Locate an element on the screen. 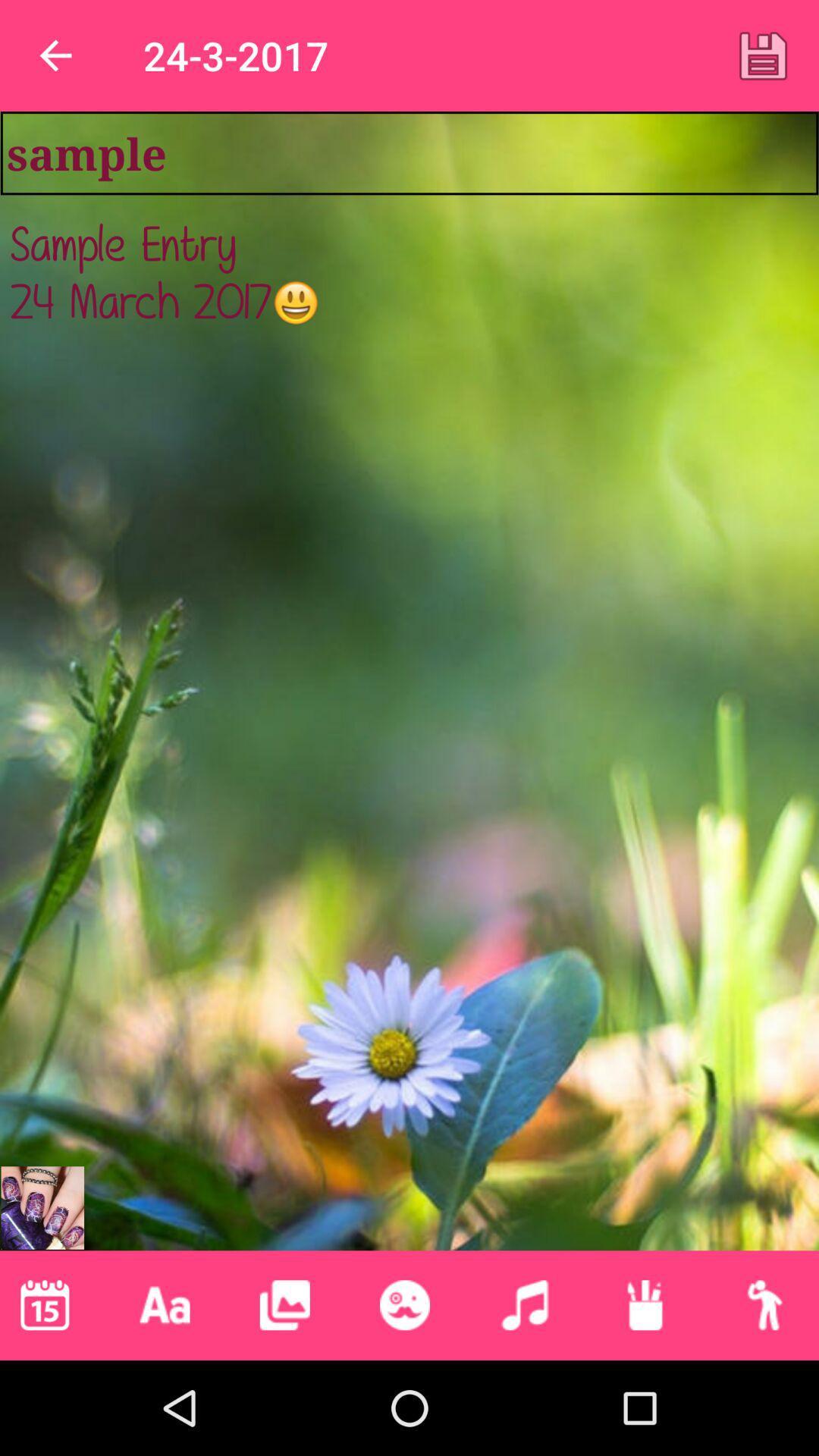 This screenshot has width=819, height=1456. keyboard is located at coordinates (165, 1304).